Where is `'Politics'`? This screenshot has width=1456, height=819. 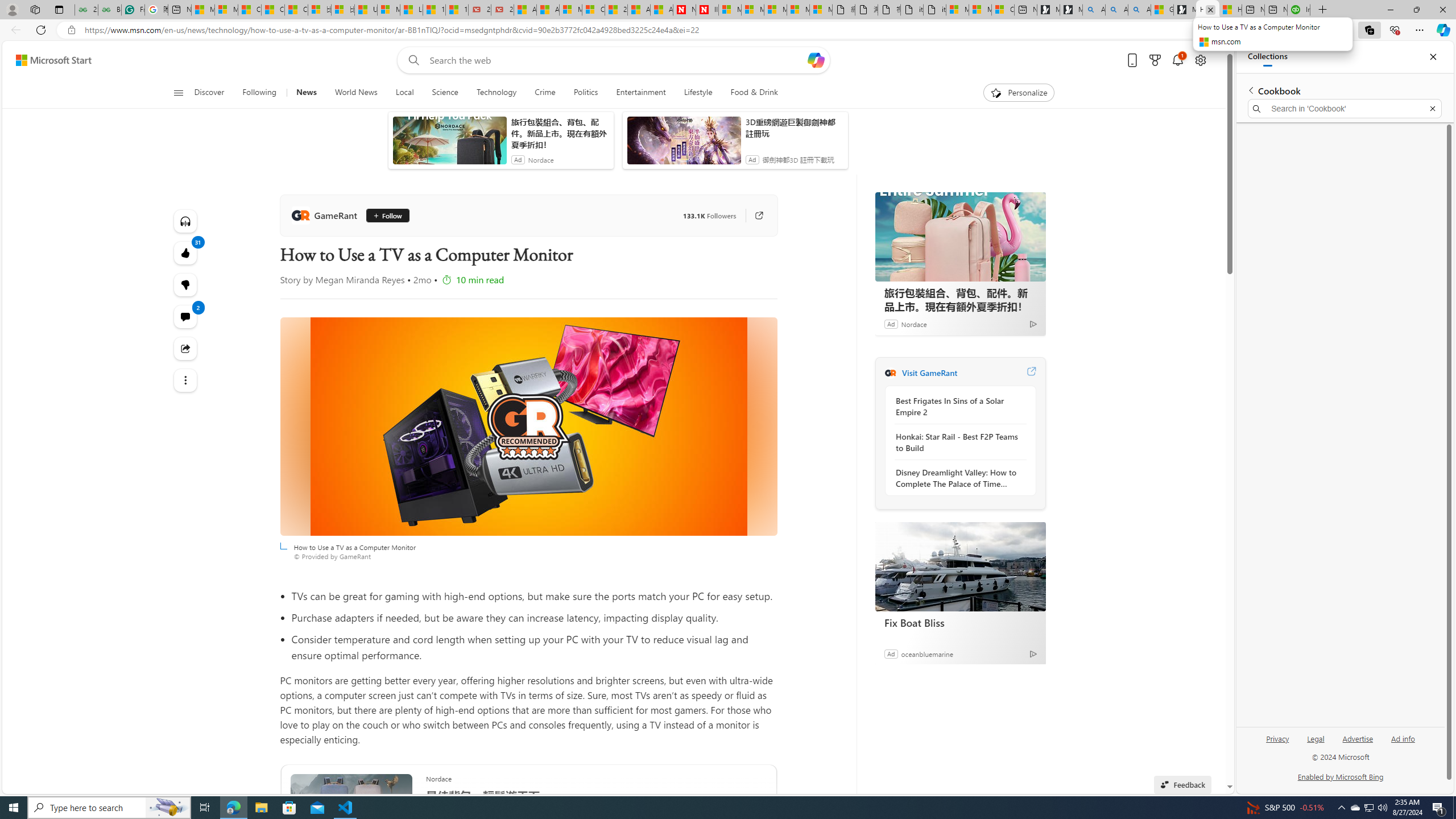
'Politics' is located at coordinates (586, 92).